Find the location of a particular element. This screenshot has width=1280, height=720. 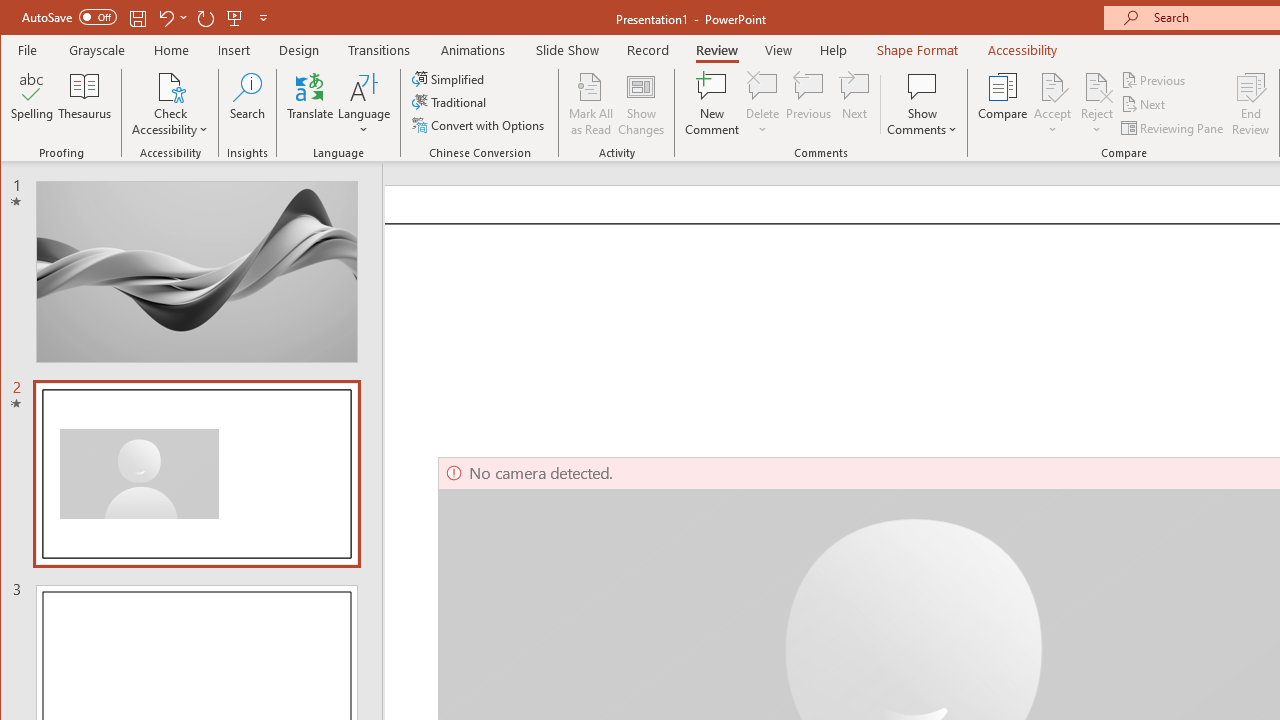

'Mark All as Read' is located at coordinates (590, 104).